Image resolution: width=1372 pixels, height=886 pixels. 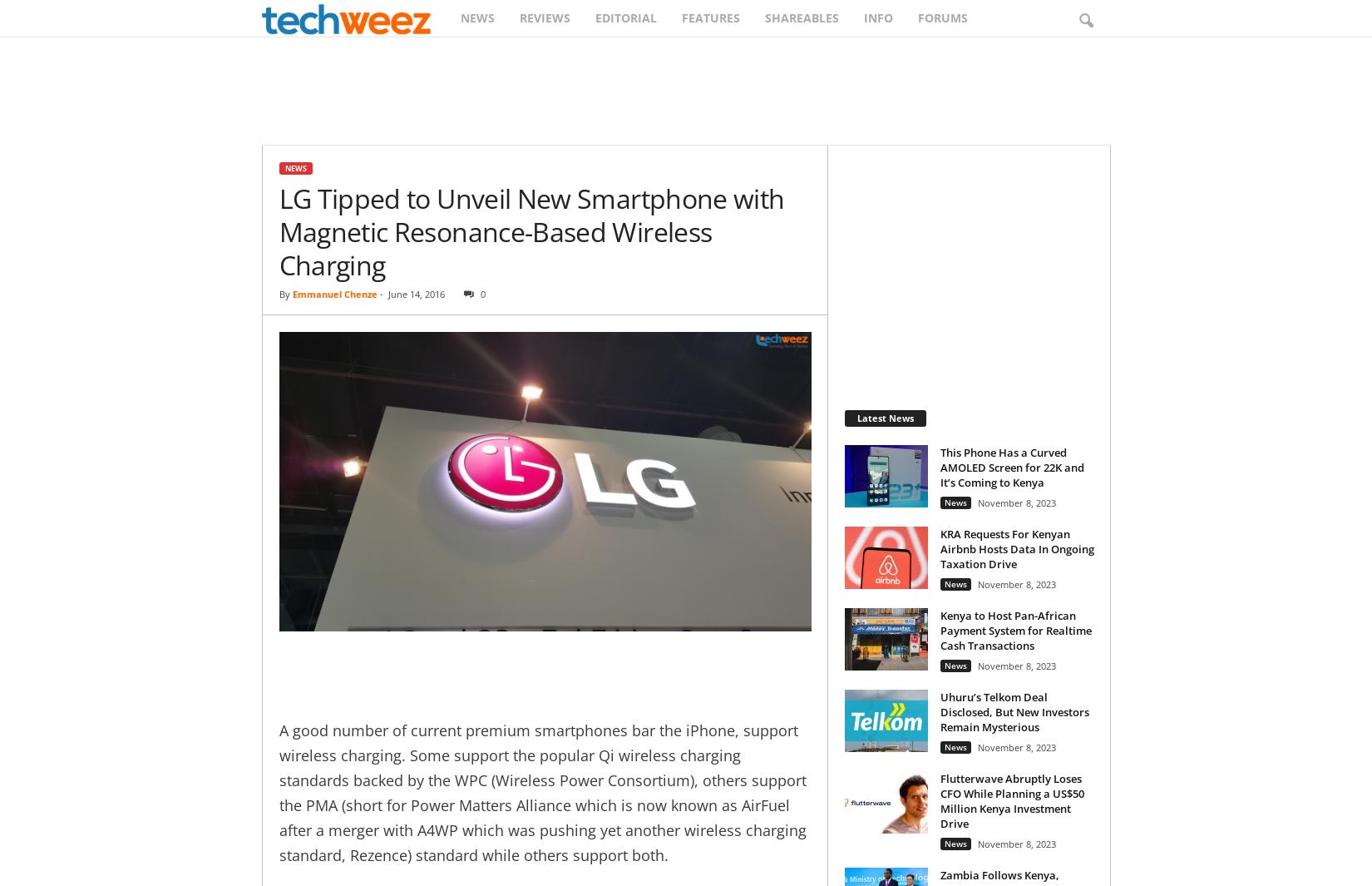 What do you see at coordinates (939, 710) in the screenshot?
I see `'Uhuru’s Telkom Deal Disclosed, But New Investors Remain Mysterious'` at bounding box center [939, 710].